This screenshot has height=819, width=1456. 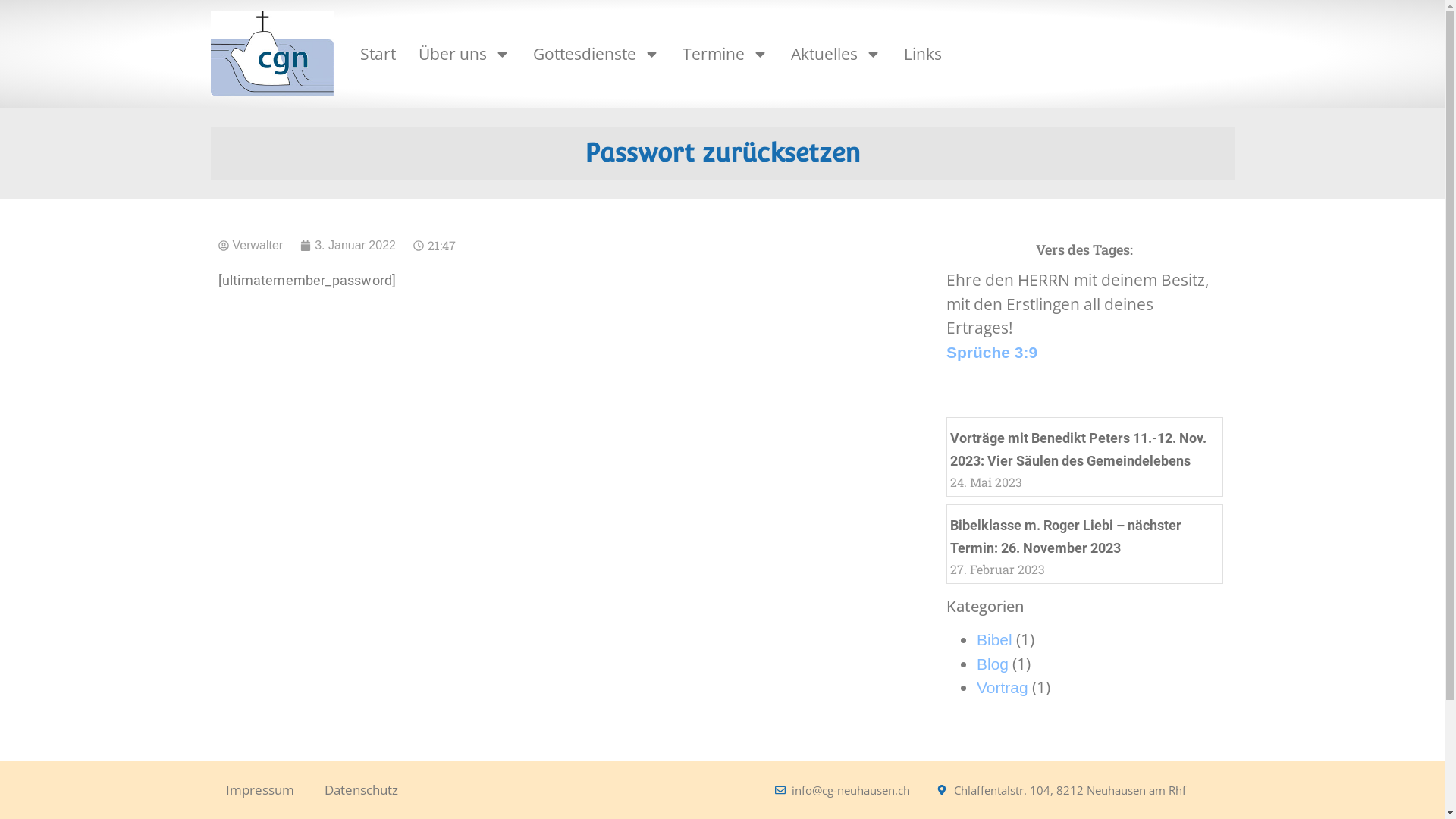 I want to click on 'Termine', so click(x=673, y=53).